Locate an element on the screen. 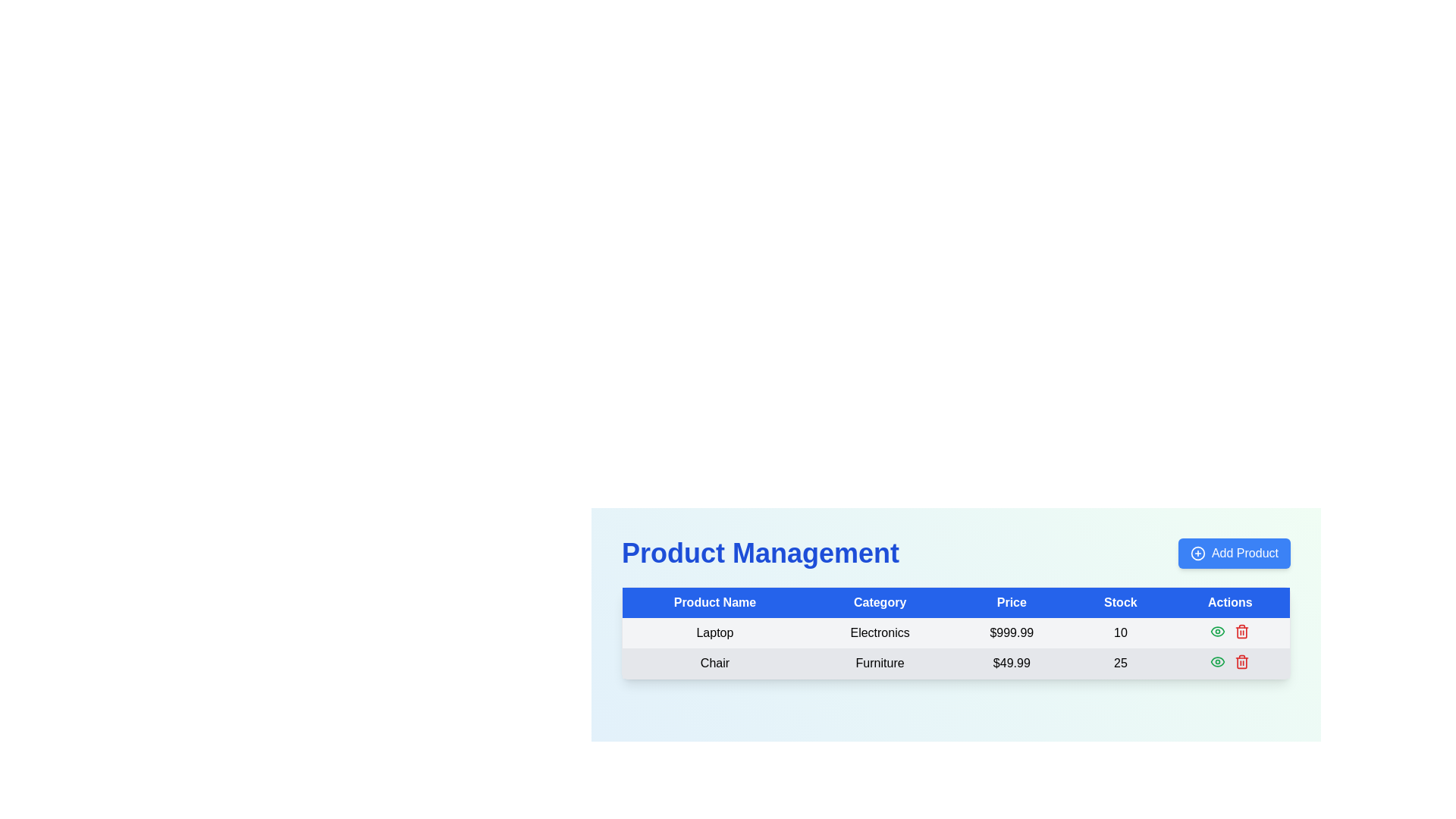 The image size is (1456, 819). the Text Cell in the second row of the table under the 'Category' column, which specifies the product category and is located between the 'Chair' cell and the '$49.99' cell is located at coordinates (880, 663).